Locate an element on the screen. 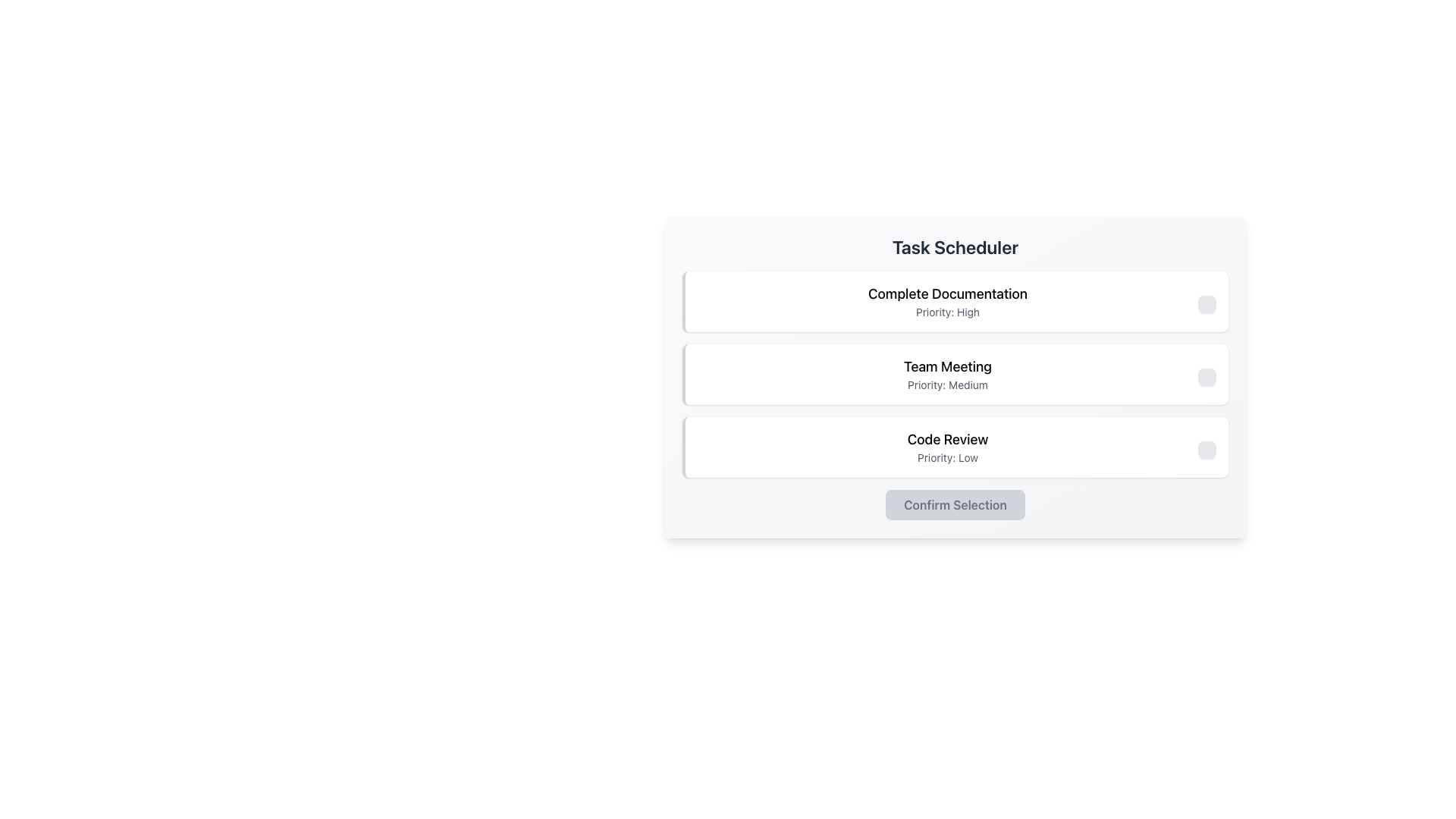 This screenshot has width=1456, height=819. the 'Team Meeting' informational text block, which is the second item in a vertical list under the 'Task Scheduler' heading, indicating a medium priority task is located at coordinates (946, 374).